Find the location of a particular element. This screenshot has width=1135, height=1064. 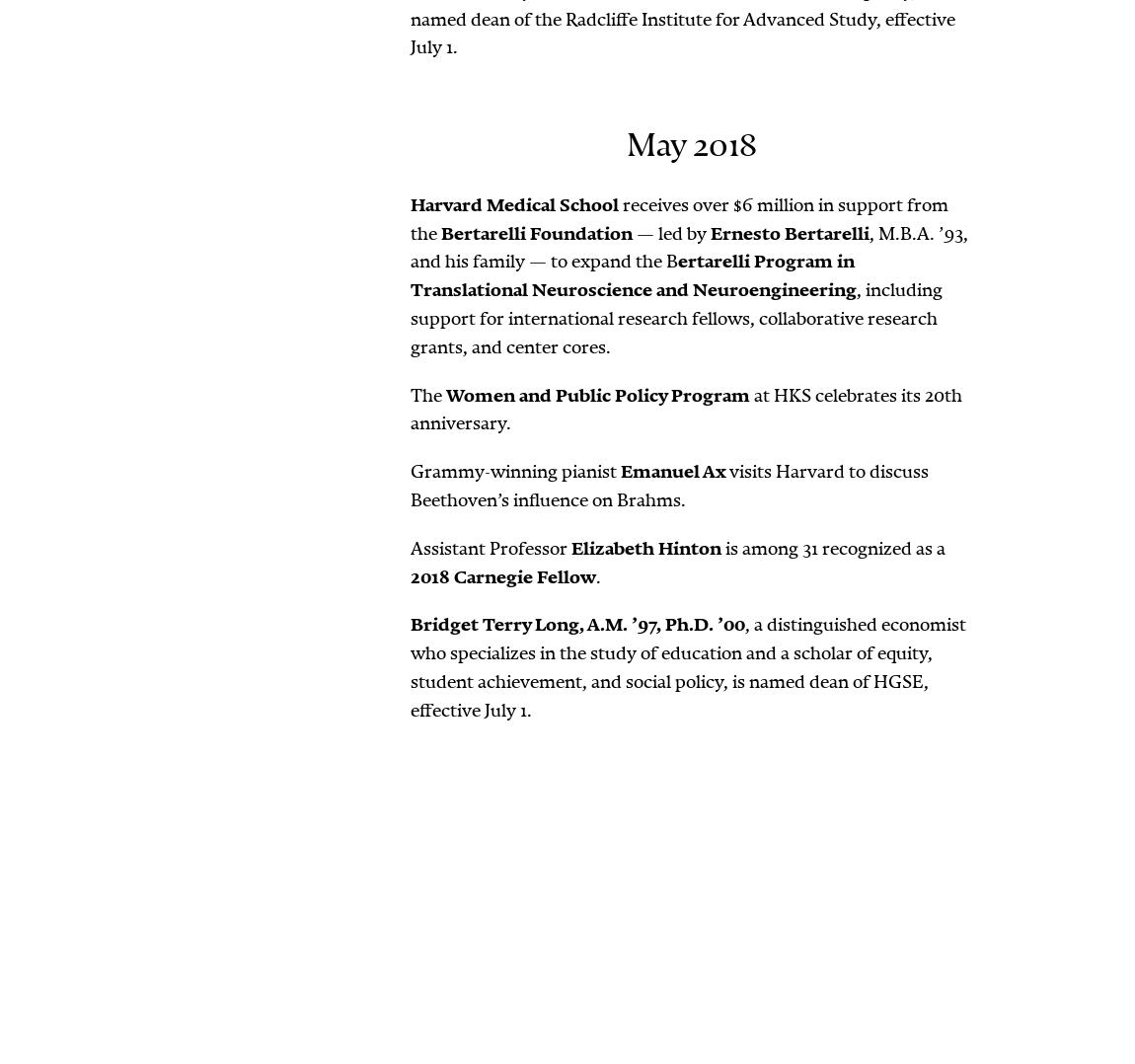

'Grammy-winning pianist' is located at coordinates (515, 470).